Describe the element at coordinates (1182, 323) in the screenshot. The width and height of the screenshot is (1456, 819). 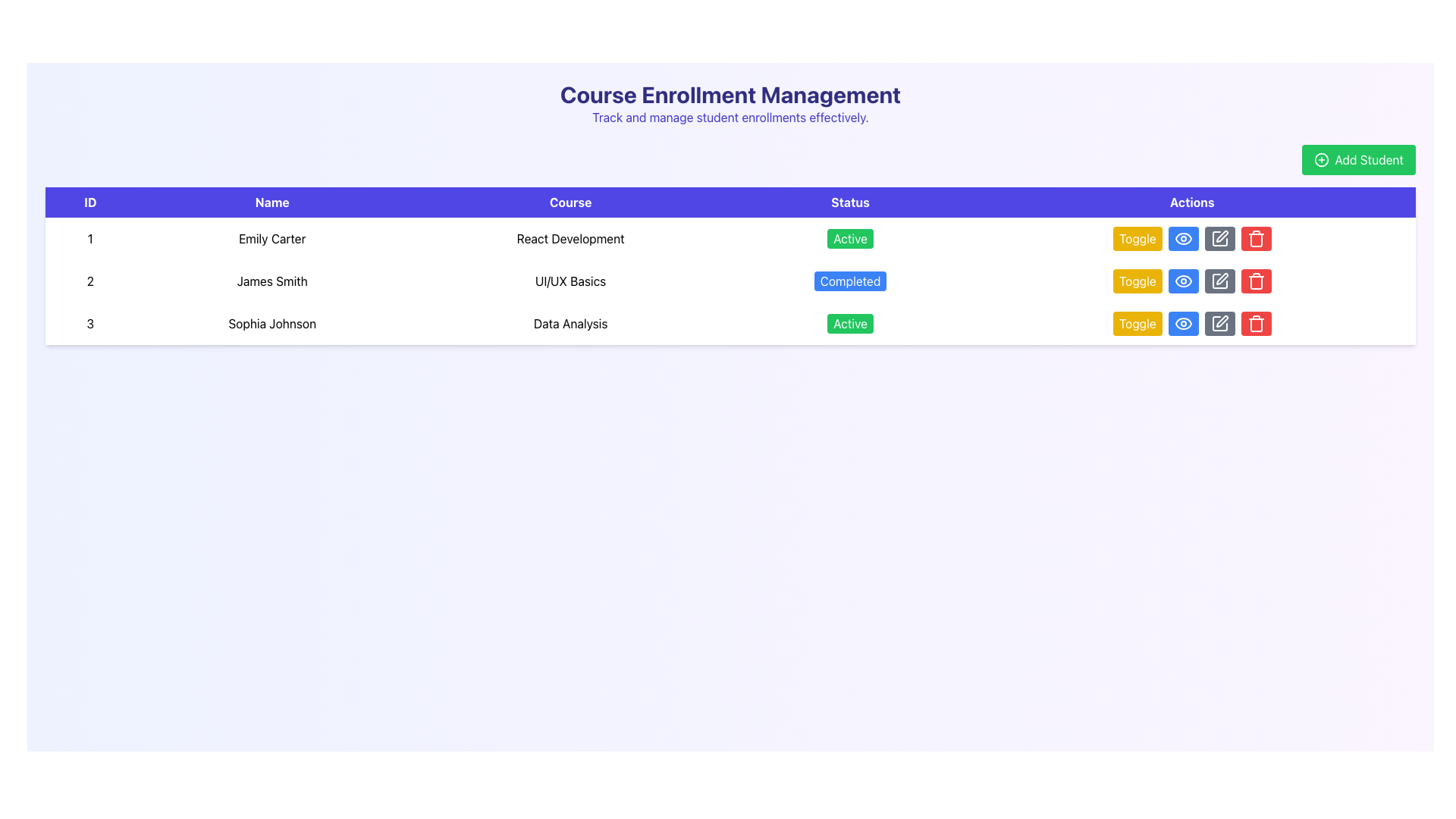
I see `the eye icon with a blue background located in the Actions column of the third row, between the toggle button and the edit icon` at that location.